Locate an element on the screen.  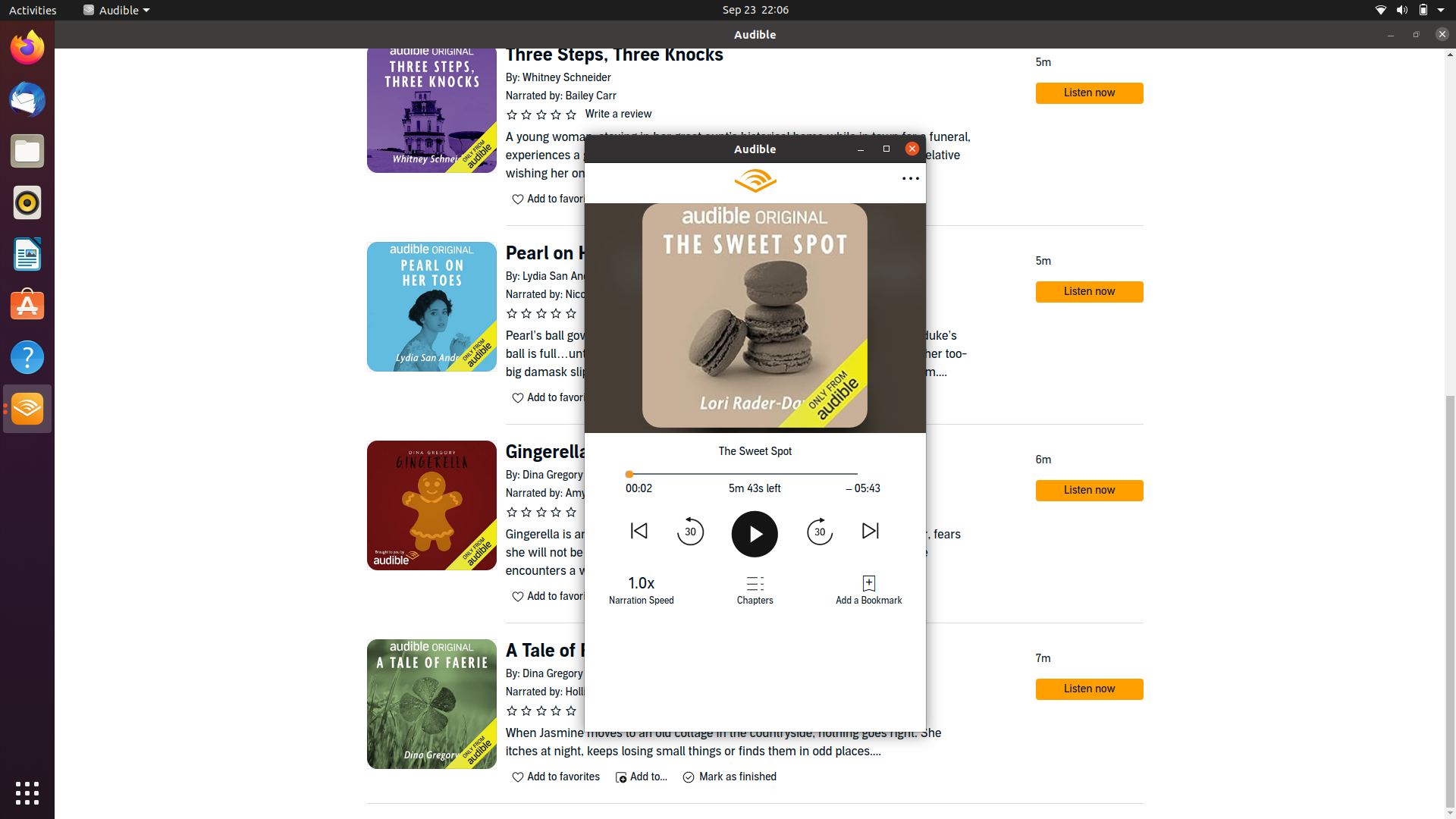
Move up to the prior choice in the more options dropdown menu is located at coordinates (909, 178).